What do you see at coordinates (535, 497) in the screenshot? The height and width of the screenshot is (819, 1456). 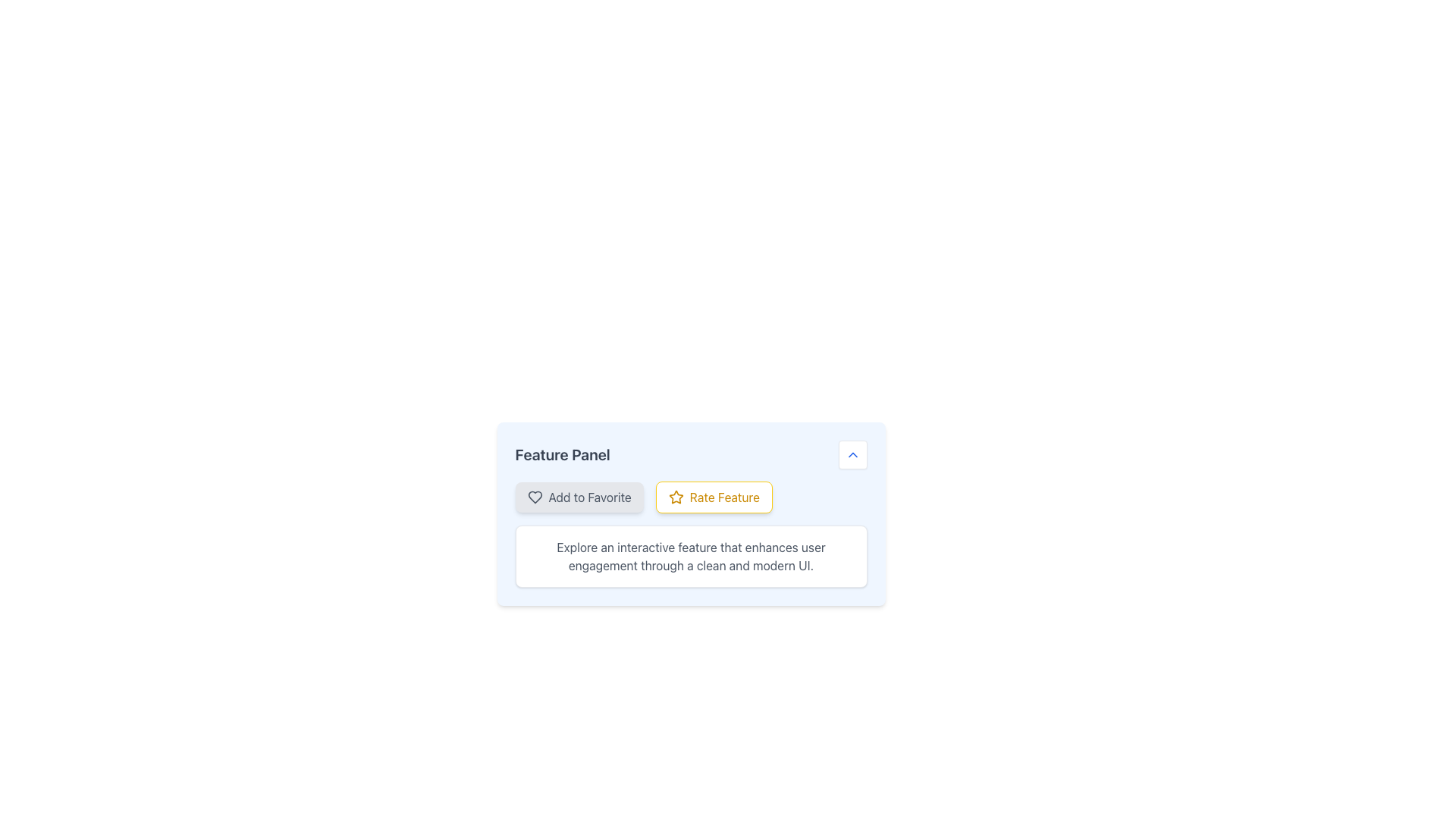 I see `the heart-shaped icon in the 'Add to Favorite' button located in the left section of the 'Feature Panel'` at bounding box center [535, 497].